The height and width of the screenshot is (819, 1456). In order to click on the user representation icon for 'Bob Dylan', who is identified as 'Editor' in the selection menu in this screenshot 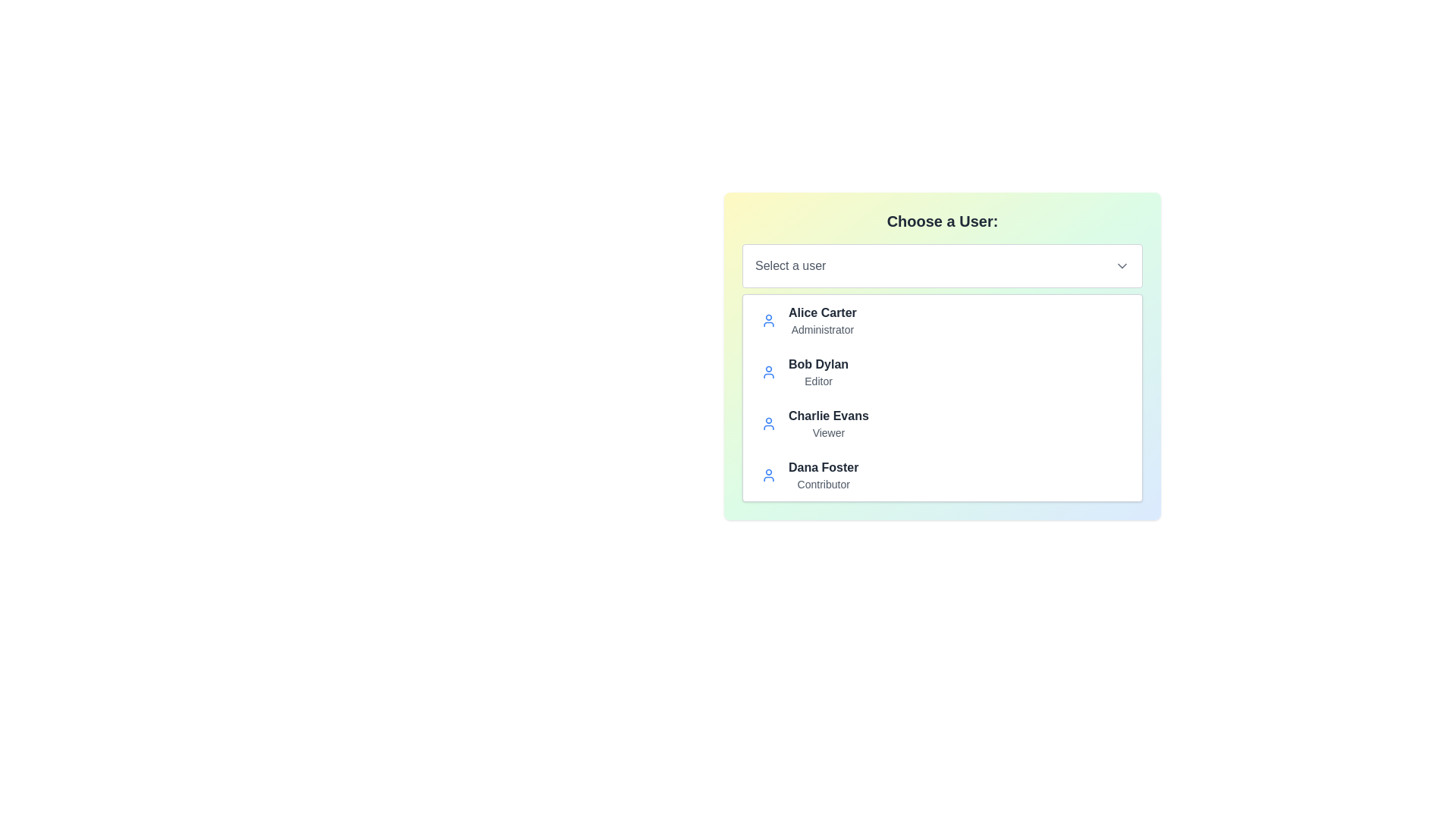, I will do `click(768, 372)`.